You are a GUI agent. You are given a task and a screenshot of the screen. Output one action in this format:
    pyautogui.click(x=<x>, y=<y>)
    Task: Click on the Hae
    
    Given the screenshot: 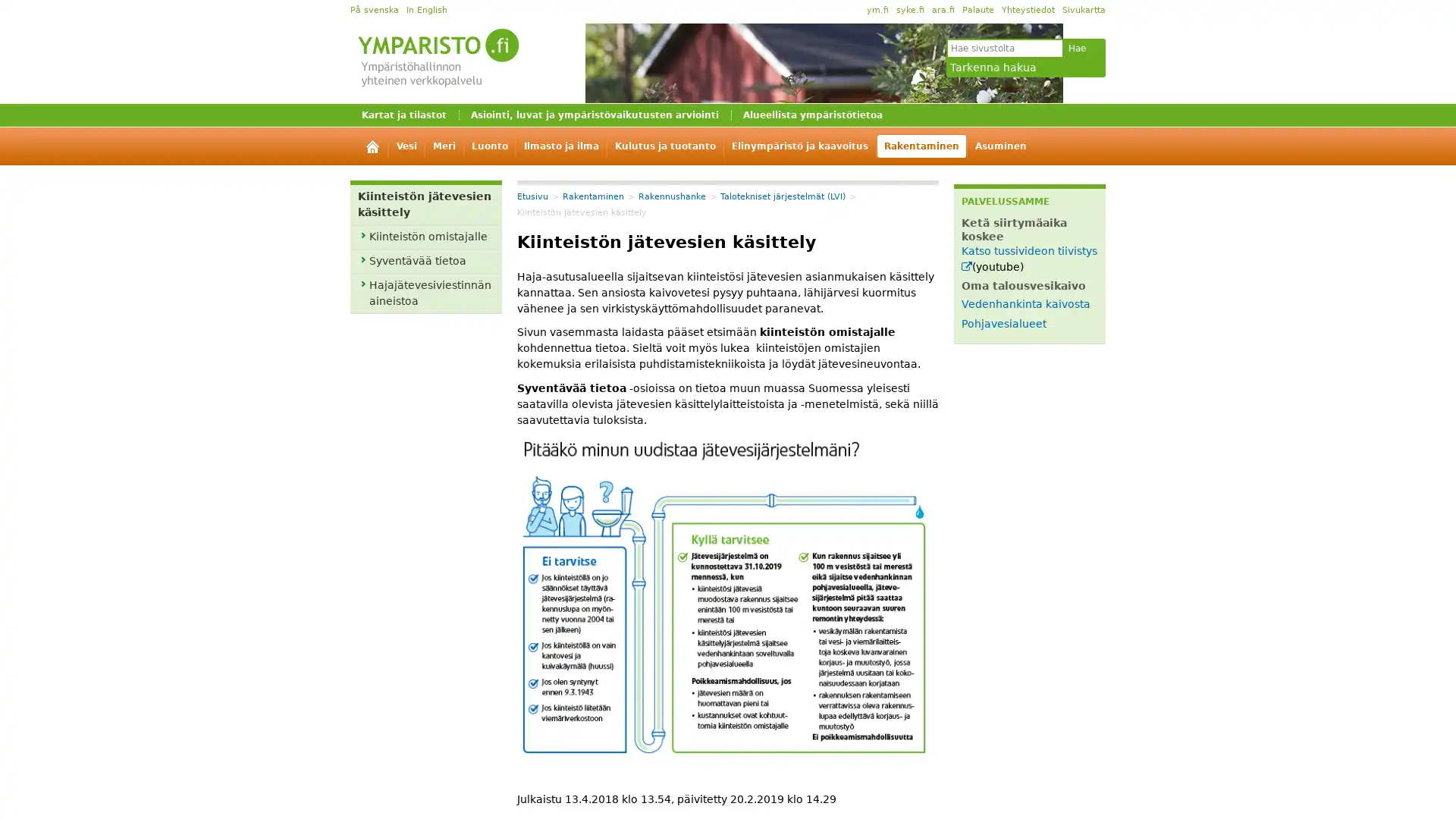 What is the action you would take?
    pyautogui.click(x=1076, y=48)
    